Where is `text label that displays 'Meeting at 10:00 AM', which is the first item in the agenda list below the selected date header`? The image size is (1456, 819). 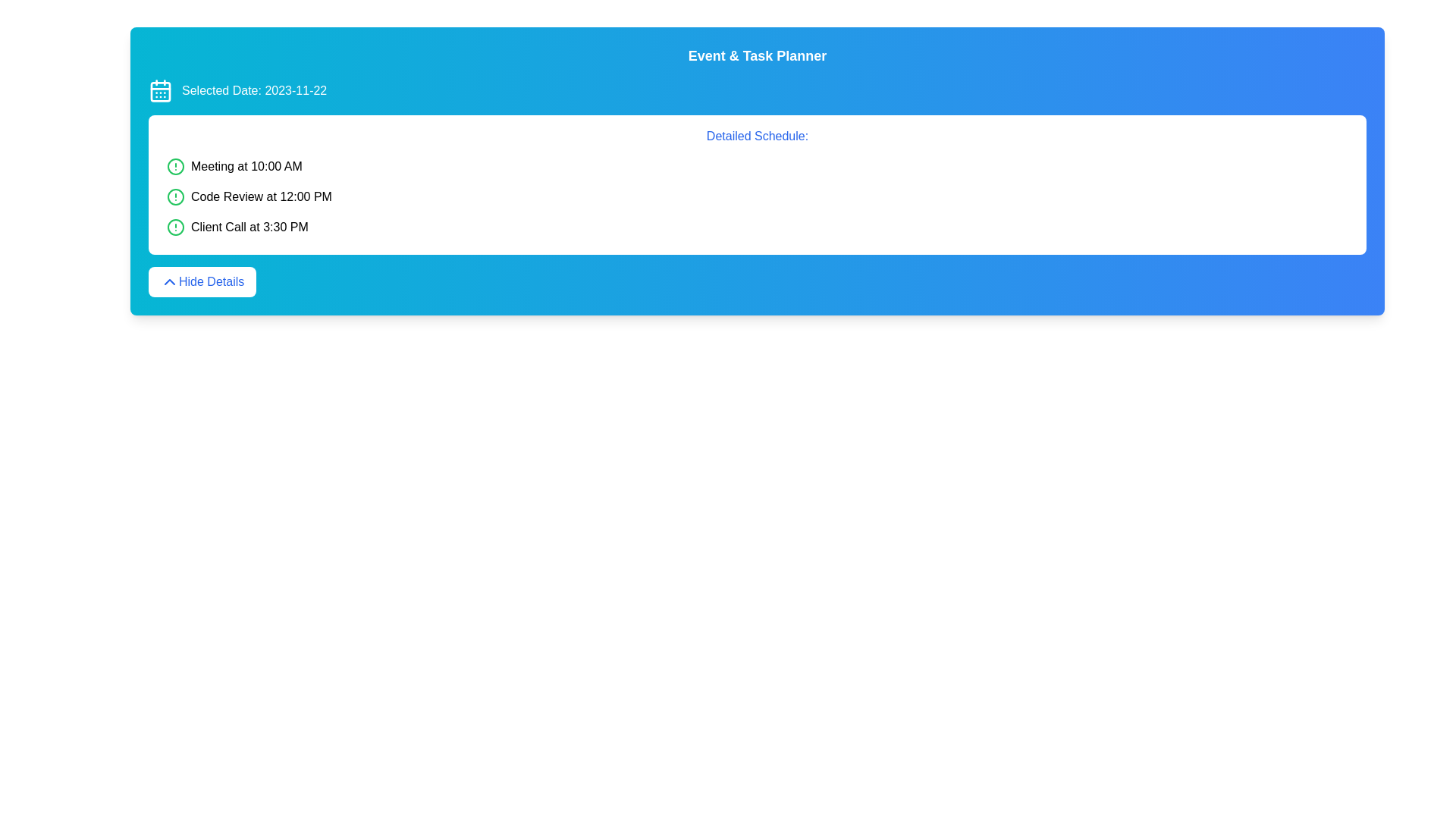
text label that displays 'Meeting at 10:00 AM', which is the first item in the agenda list below the selected date header is located at coordinates (246, 166).